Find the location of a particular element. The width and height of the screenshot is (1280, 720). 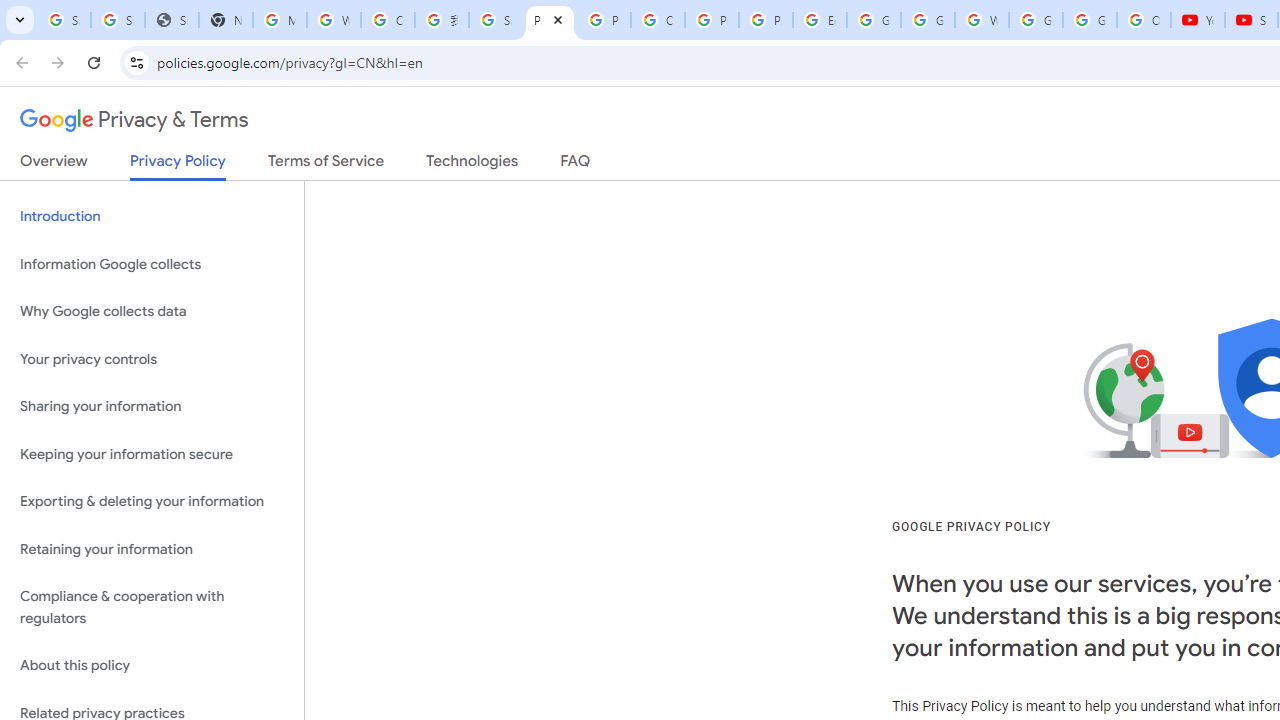

'Sharing your information' is located at coordinates (151, 406).